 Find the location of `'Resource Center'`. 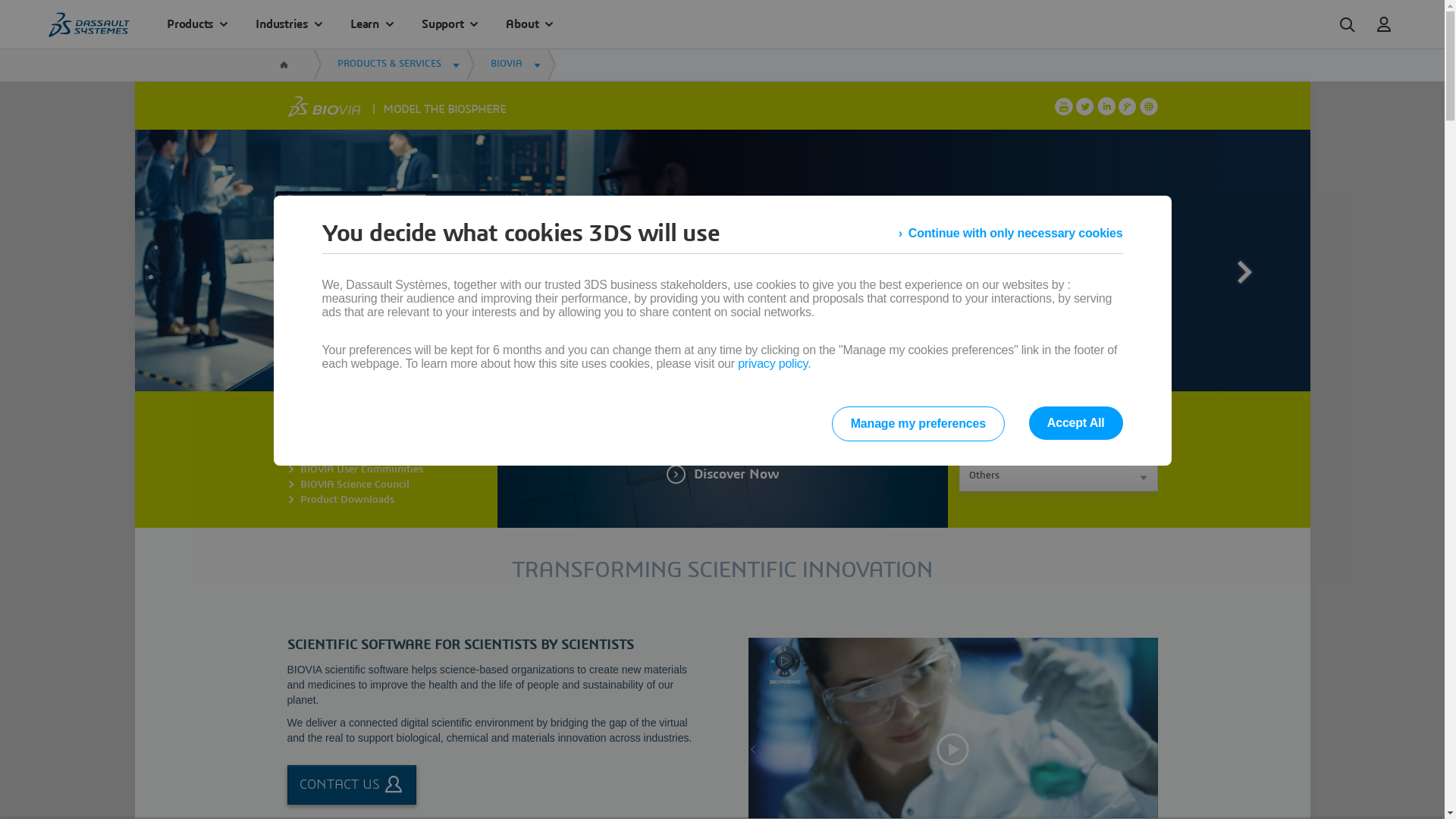

'Resource Center' is located at coordinates (337, 438).